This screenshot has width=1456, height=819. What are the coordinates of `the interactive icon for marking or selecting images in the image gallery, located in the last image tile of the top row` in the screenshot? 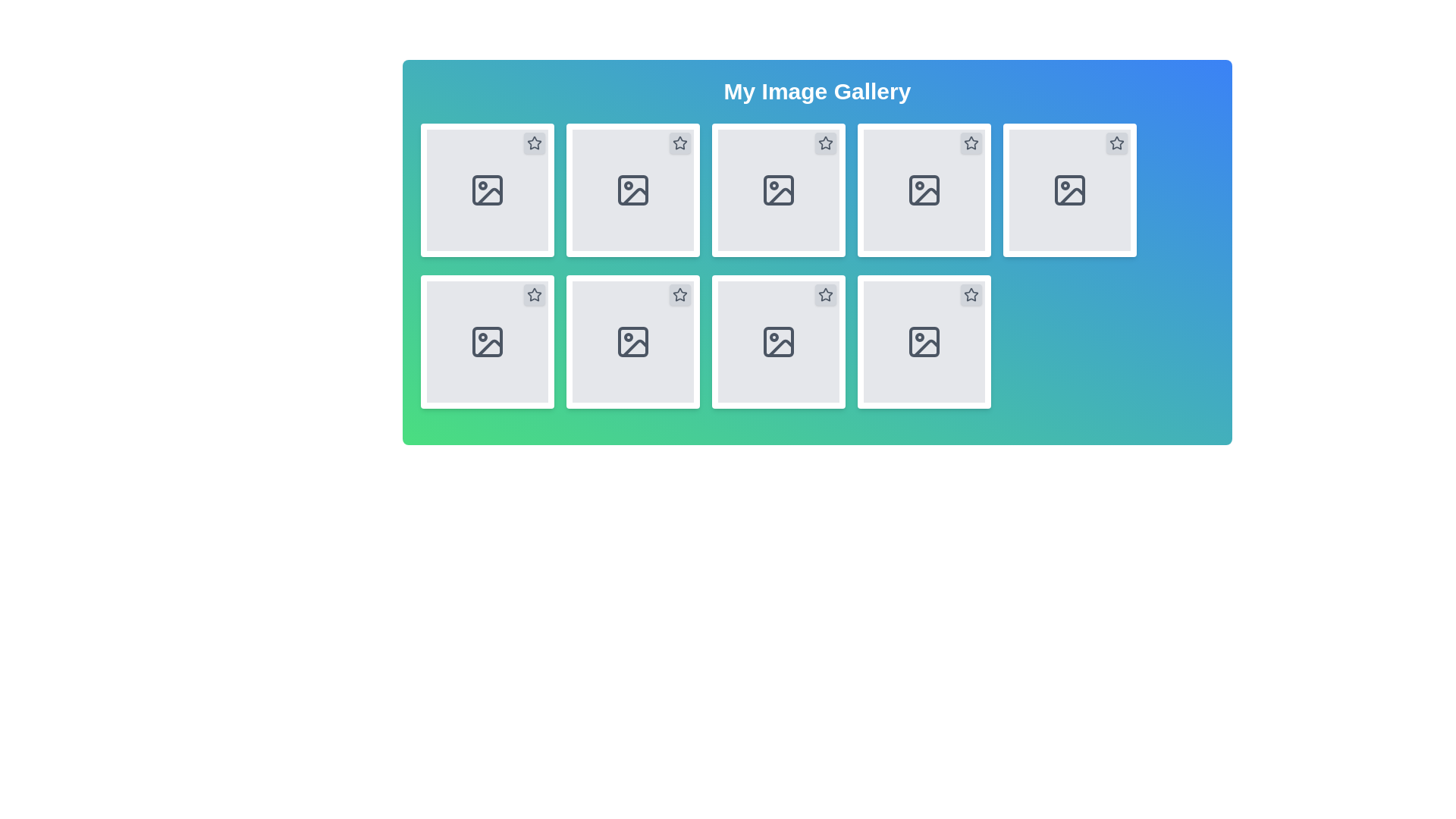 It's located at (1116, 143).